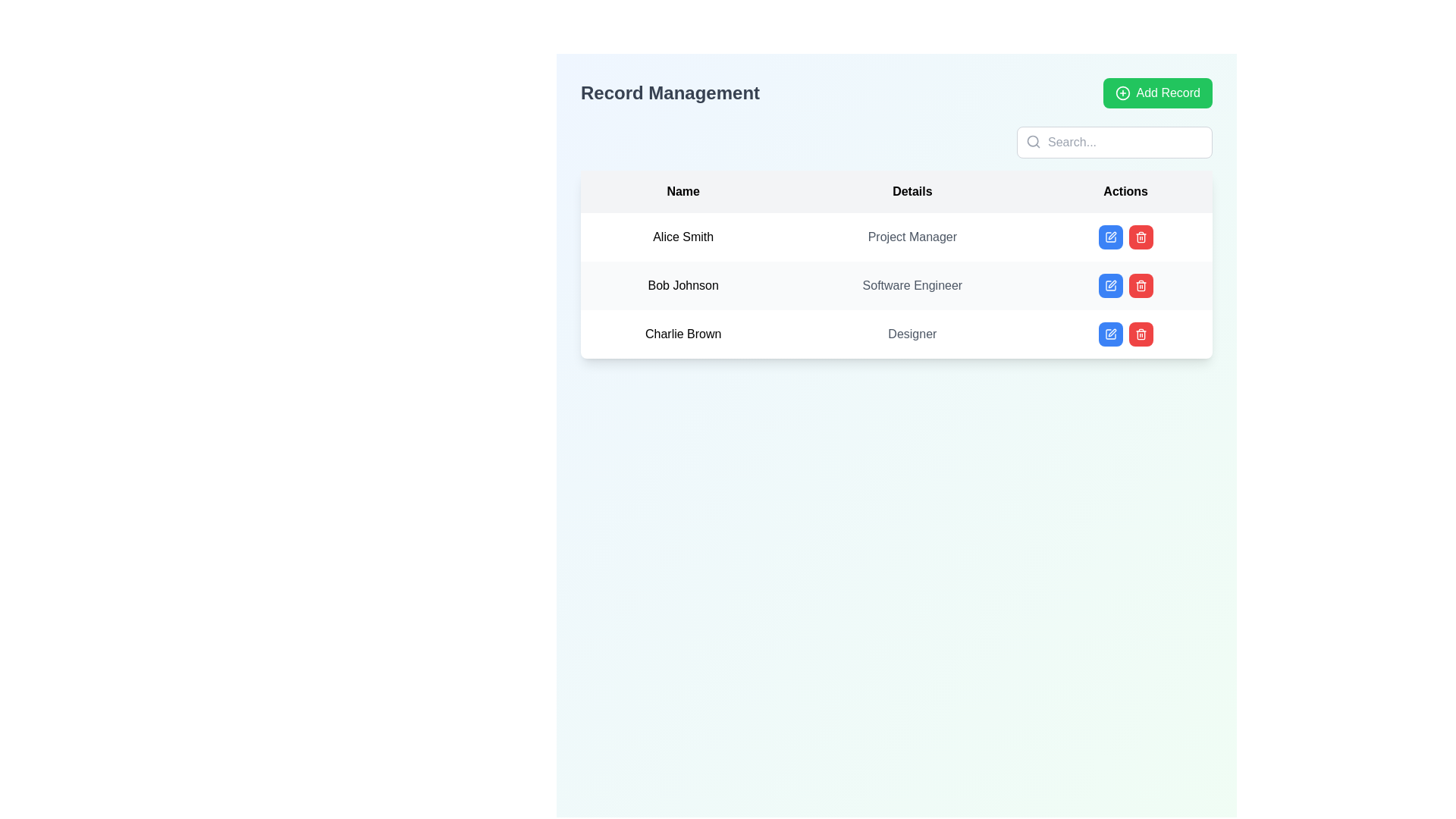  What do you see at coordinates (669, 93) in the screenshot?
I see `the prominent 'Record Management' text label, which is styled in bold with a larger font size and gray coloring, located near the top-left portion of the interface` at bounding box center [669, 93].